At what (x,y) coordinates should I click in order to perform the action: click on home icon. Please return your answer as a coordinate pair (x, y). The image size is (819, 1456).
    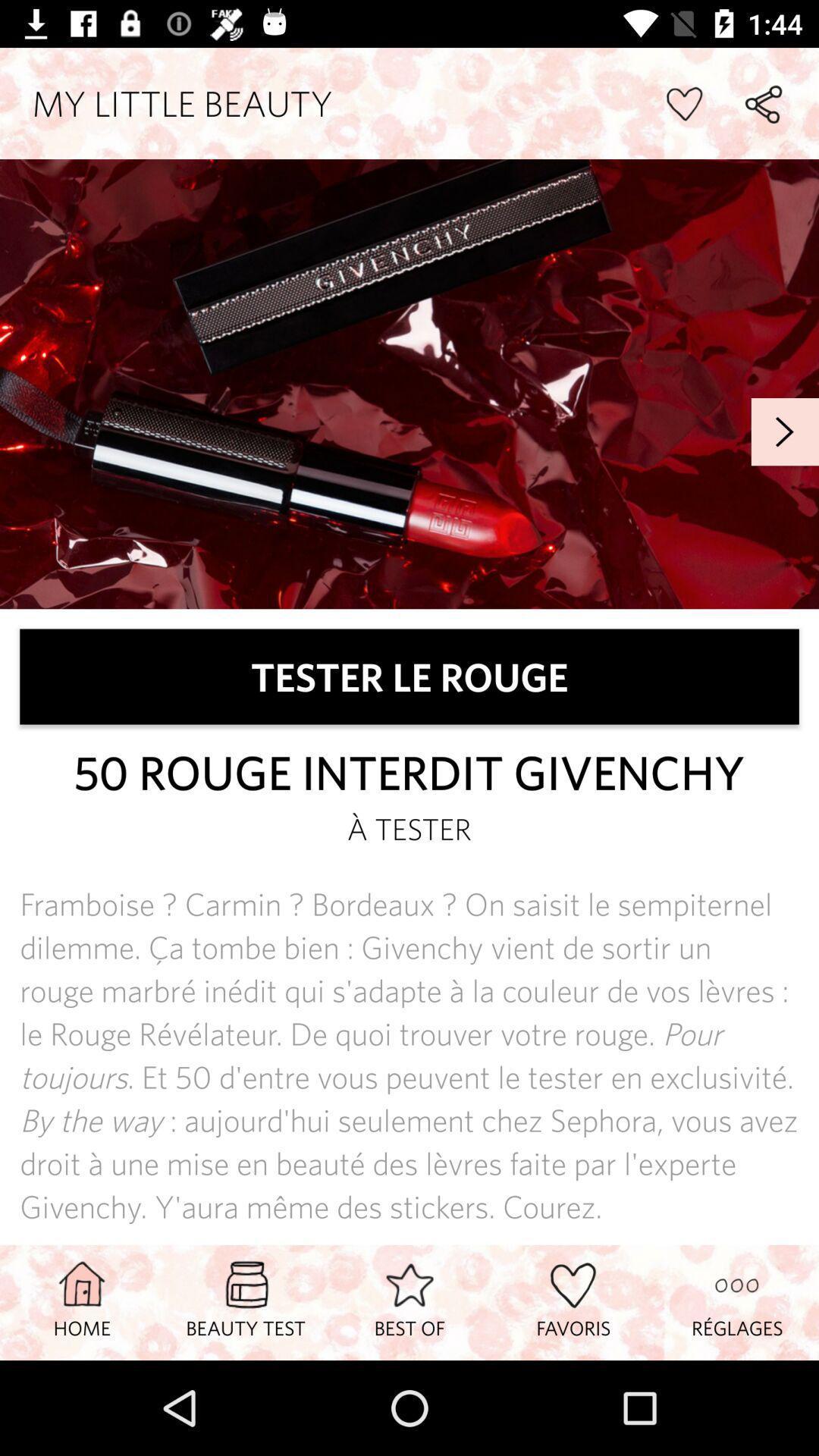
    Looking at the image, I should click on (82, 1301).